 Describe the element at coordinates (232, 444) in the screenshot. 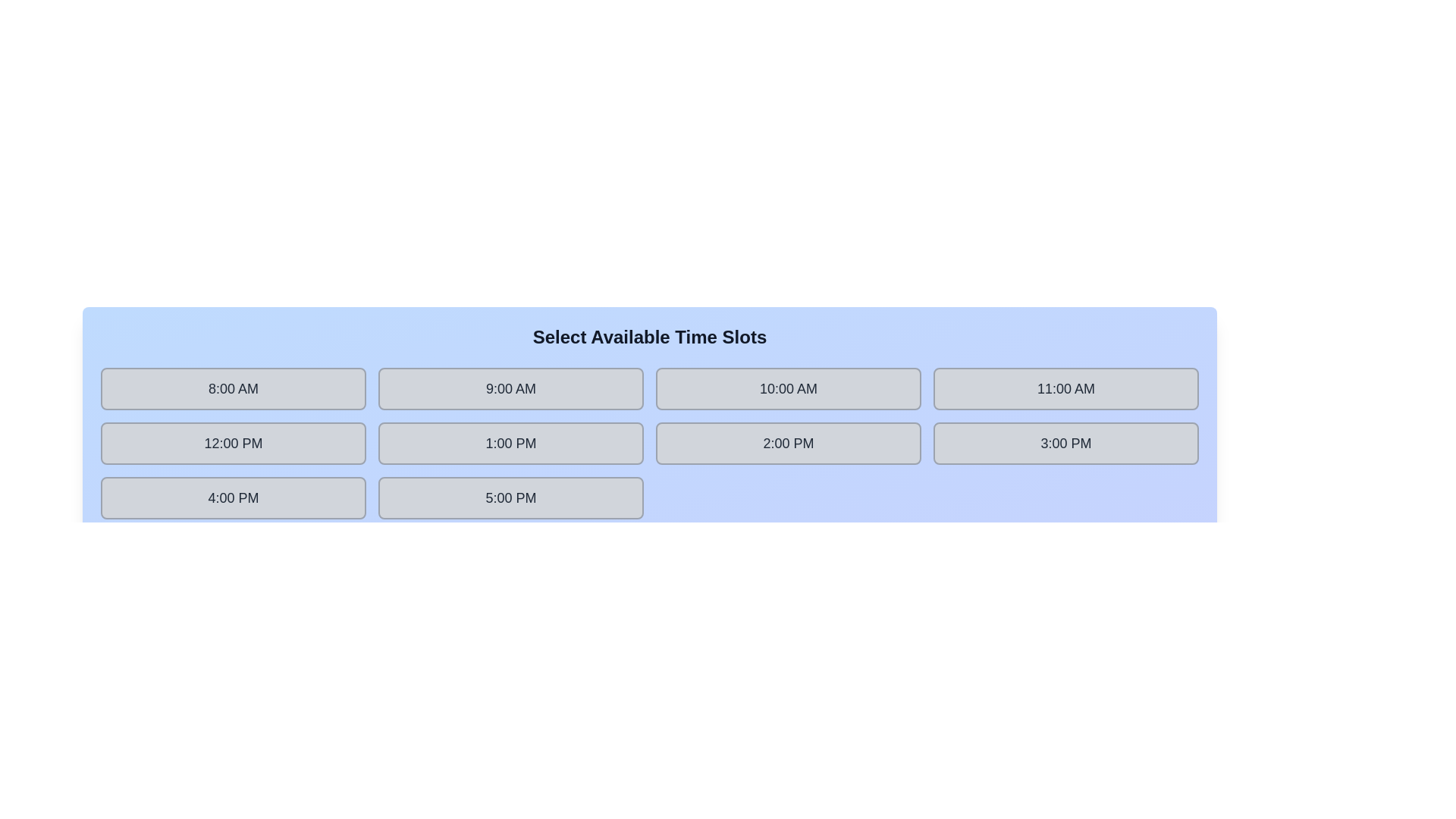

I see `the time slot labeled 12:00 PM` at that location.